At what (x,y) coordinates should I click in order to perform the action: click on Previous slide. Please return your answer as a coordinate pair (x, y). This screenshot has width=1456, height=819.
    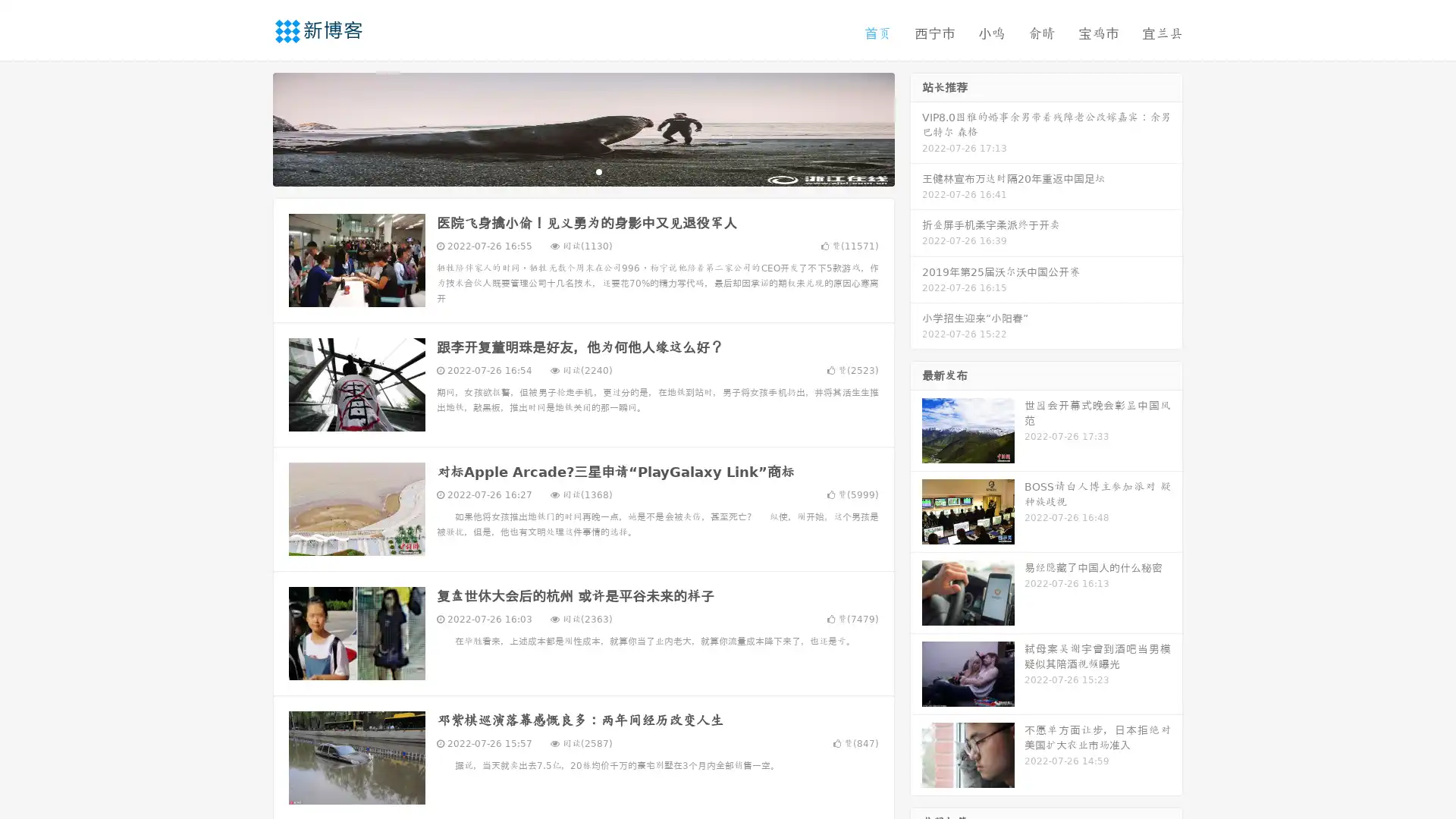
    Looking at the image, I should click on (250, 127).